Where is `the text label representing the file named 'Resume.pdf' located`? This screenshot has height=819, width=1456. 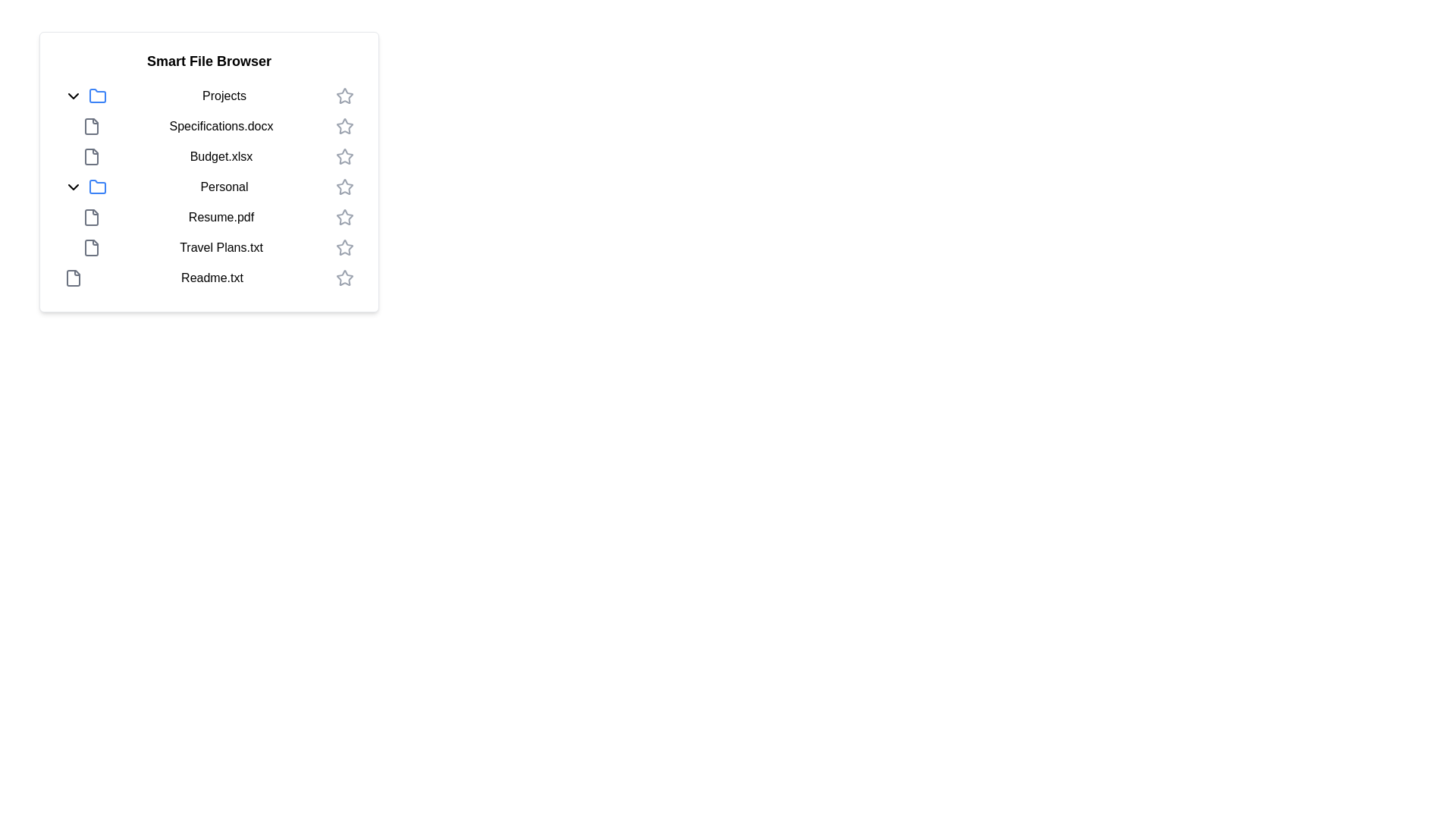 the text label representing the file named 'Resume.pdf' located is located at coordinates (221, 217).